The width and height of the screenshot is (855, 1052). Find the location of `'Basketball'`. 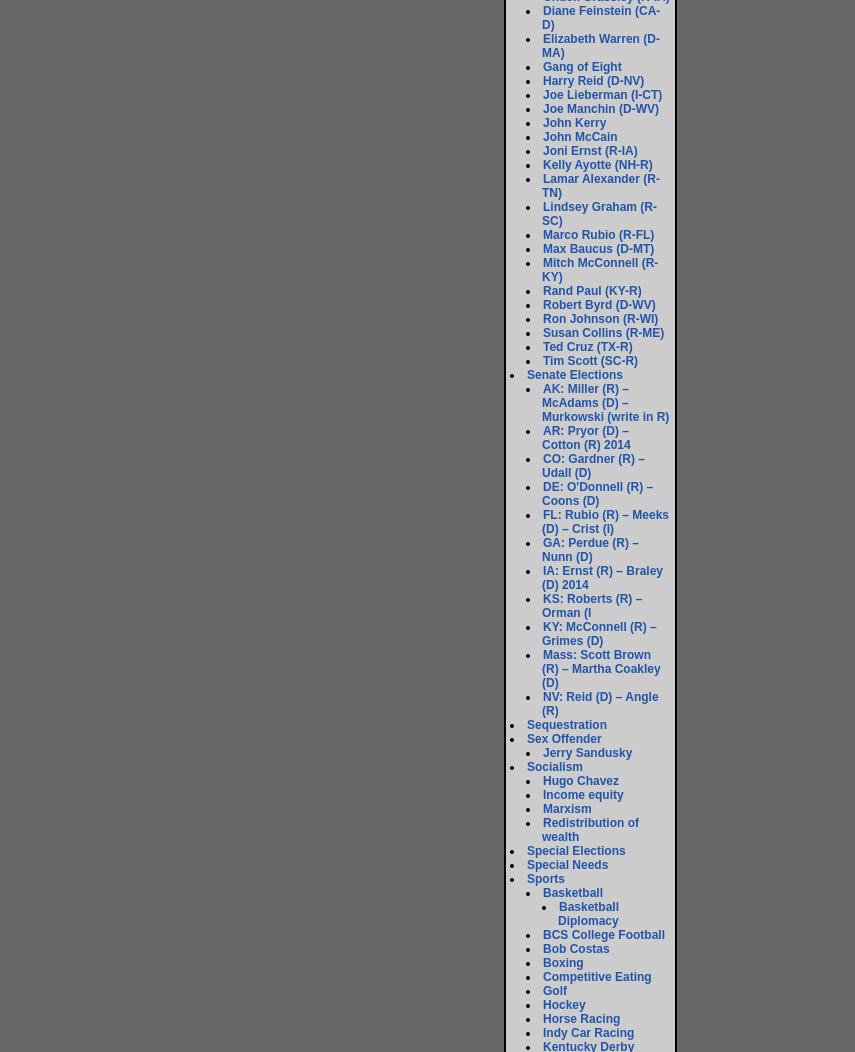

'Basketball' is located at coordinates (572, 893).